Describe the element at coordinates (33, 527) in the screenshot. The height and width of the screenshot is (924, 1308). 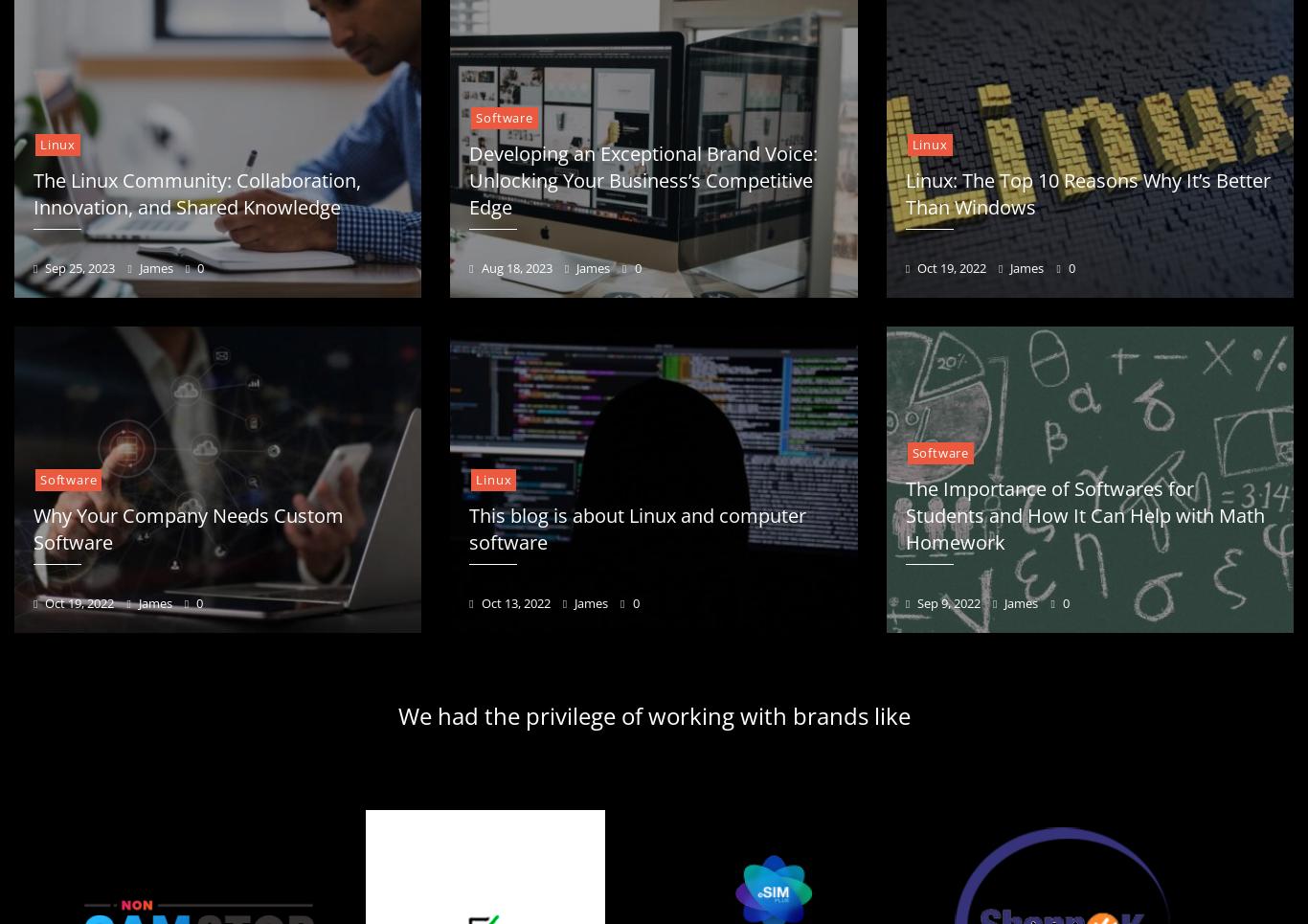
I see `'Why Your Company Needs Custom Software'` at that location.